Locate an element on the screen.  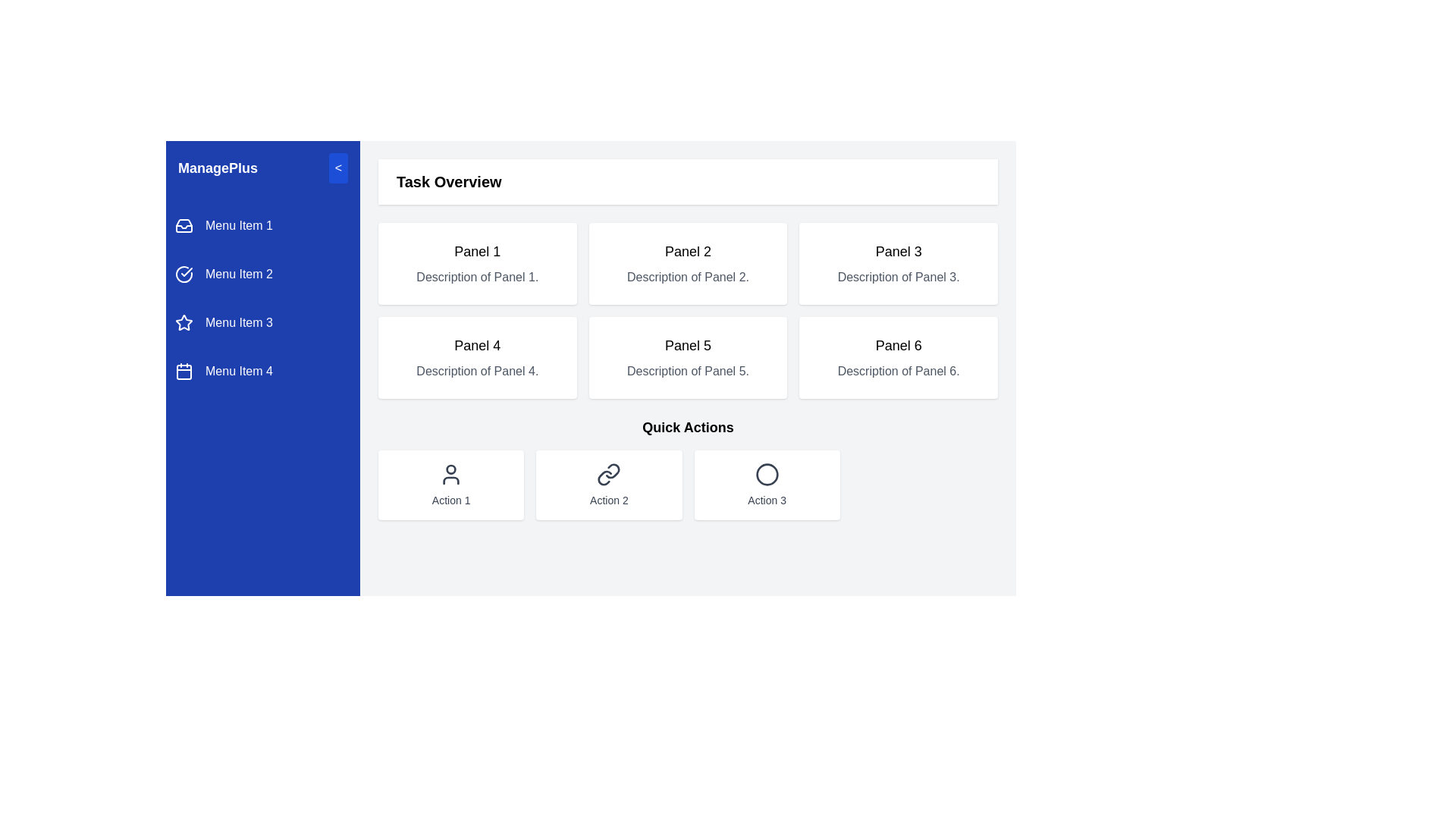
the calendar icon located in the fourth menu item of the left-hand navigation panel is located at coordinates (184, 371).